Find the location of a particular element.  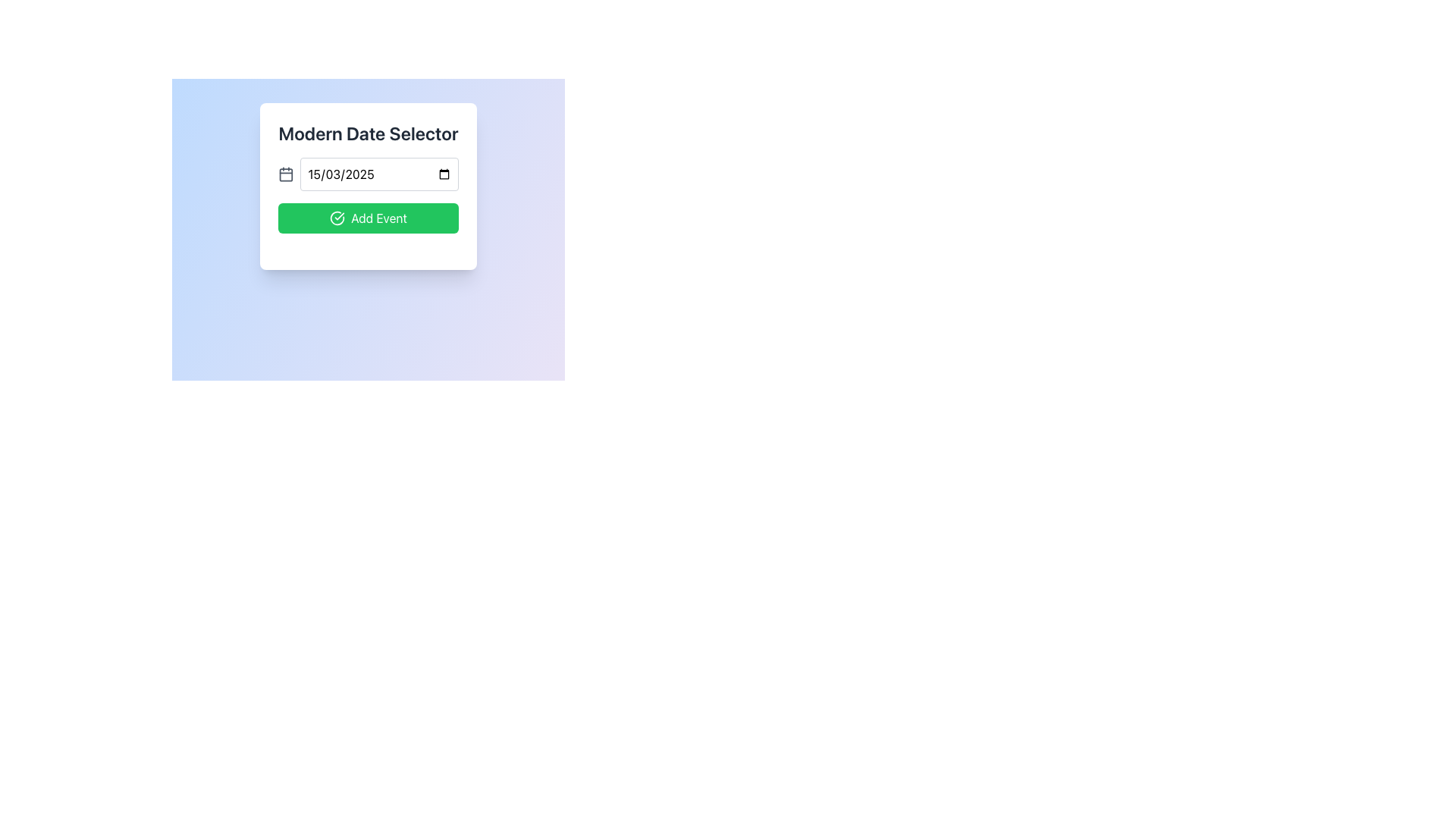

the main body of the calendar icon, which is represented by a rectangular SVG shape with rounded corners is located at coordinates (286, 174).